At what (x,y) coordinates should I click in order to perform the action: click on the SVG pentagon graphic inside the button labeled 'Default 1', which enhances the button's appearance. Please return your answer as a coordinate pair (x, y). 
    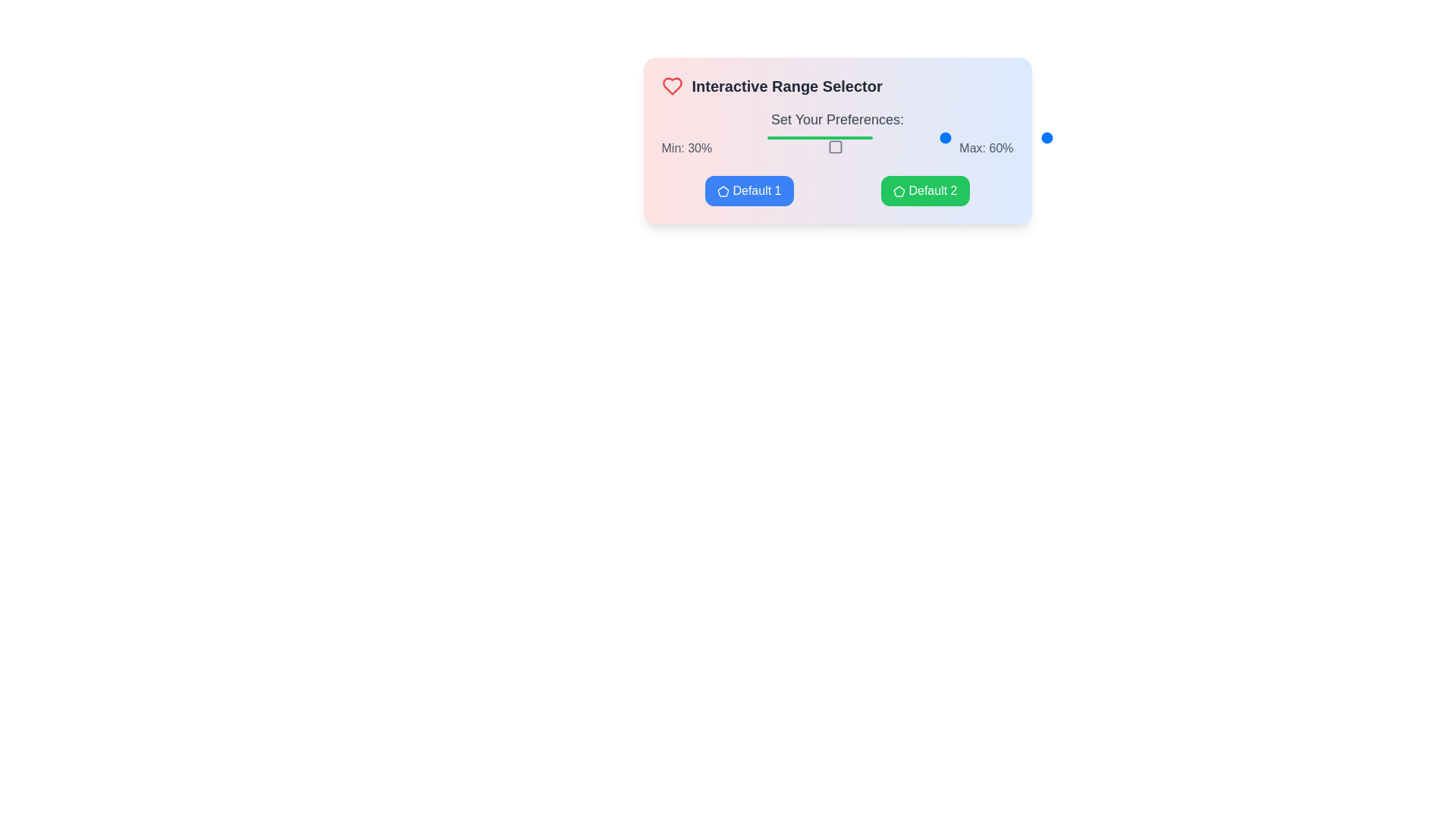
    Looking at the image, I should click on (723, 190).